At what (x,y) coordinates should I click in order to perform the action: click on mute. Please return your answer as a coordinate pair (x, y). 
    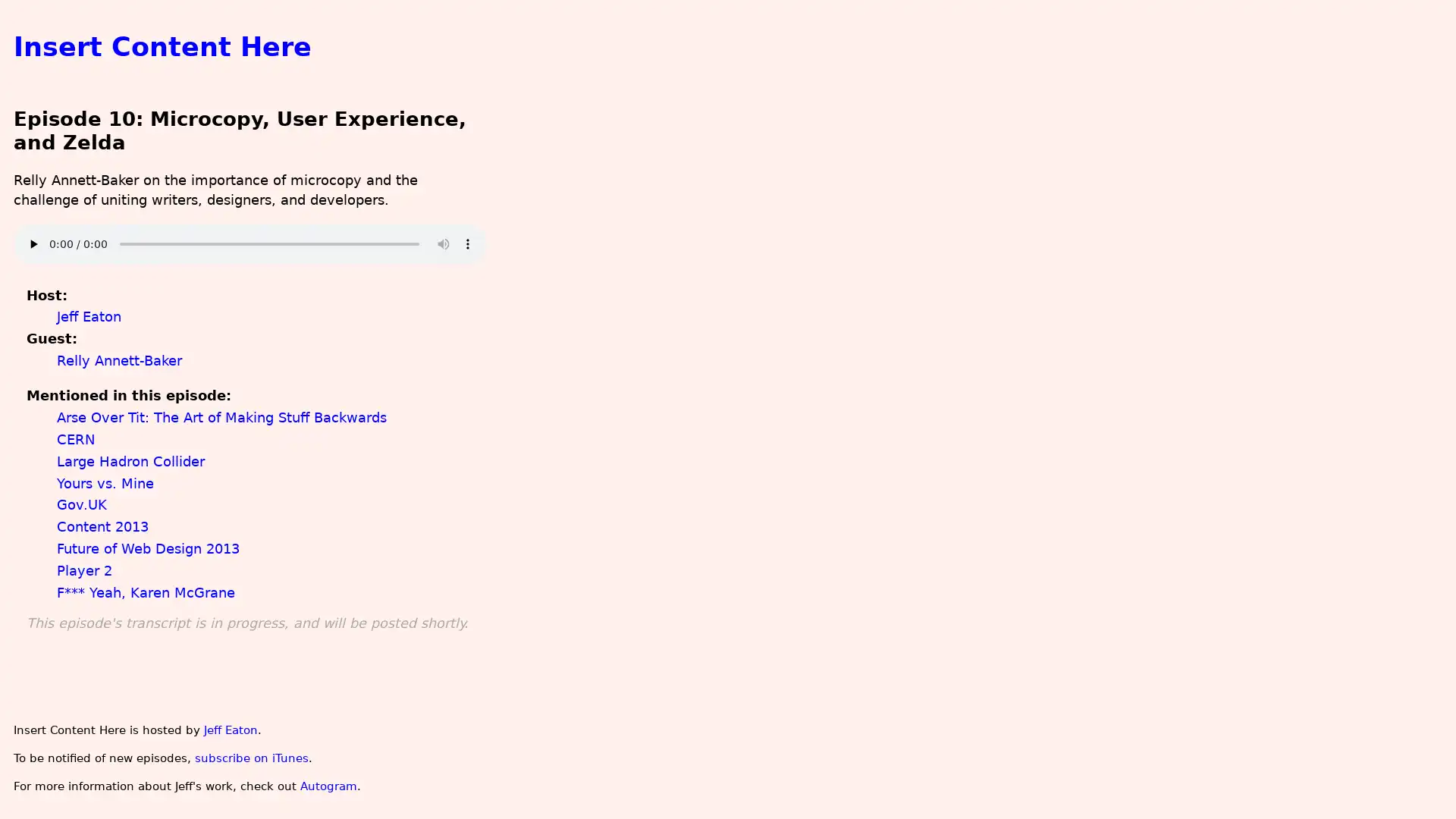
    Looking at the image, I should click on (442, 243).